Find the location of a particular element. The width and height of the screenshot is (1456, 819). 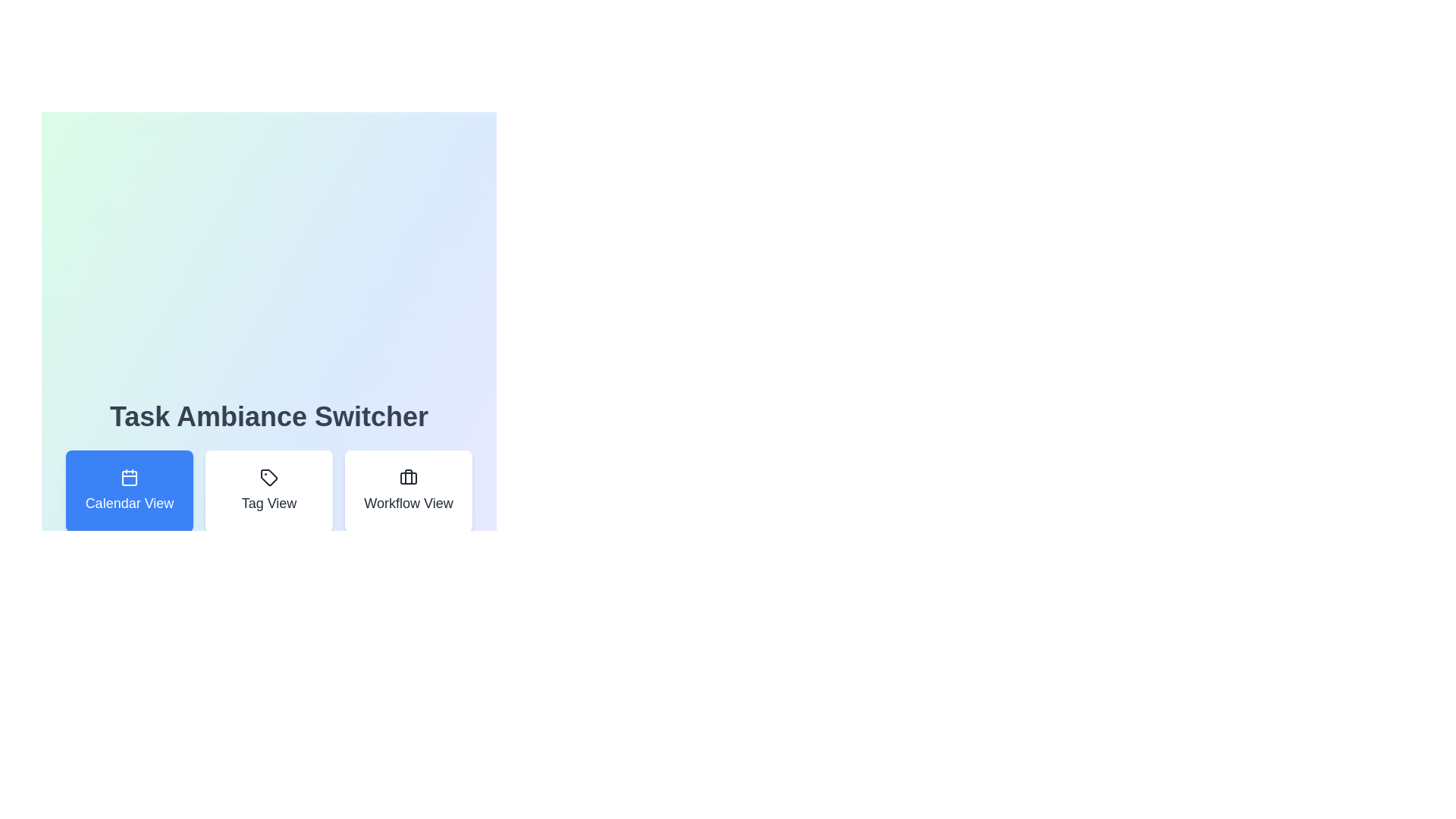

the 'Tag View' button which contains the main visual of the 'Tag View' icon is located at coordinates (269, 476).